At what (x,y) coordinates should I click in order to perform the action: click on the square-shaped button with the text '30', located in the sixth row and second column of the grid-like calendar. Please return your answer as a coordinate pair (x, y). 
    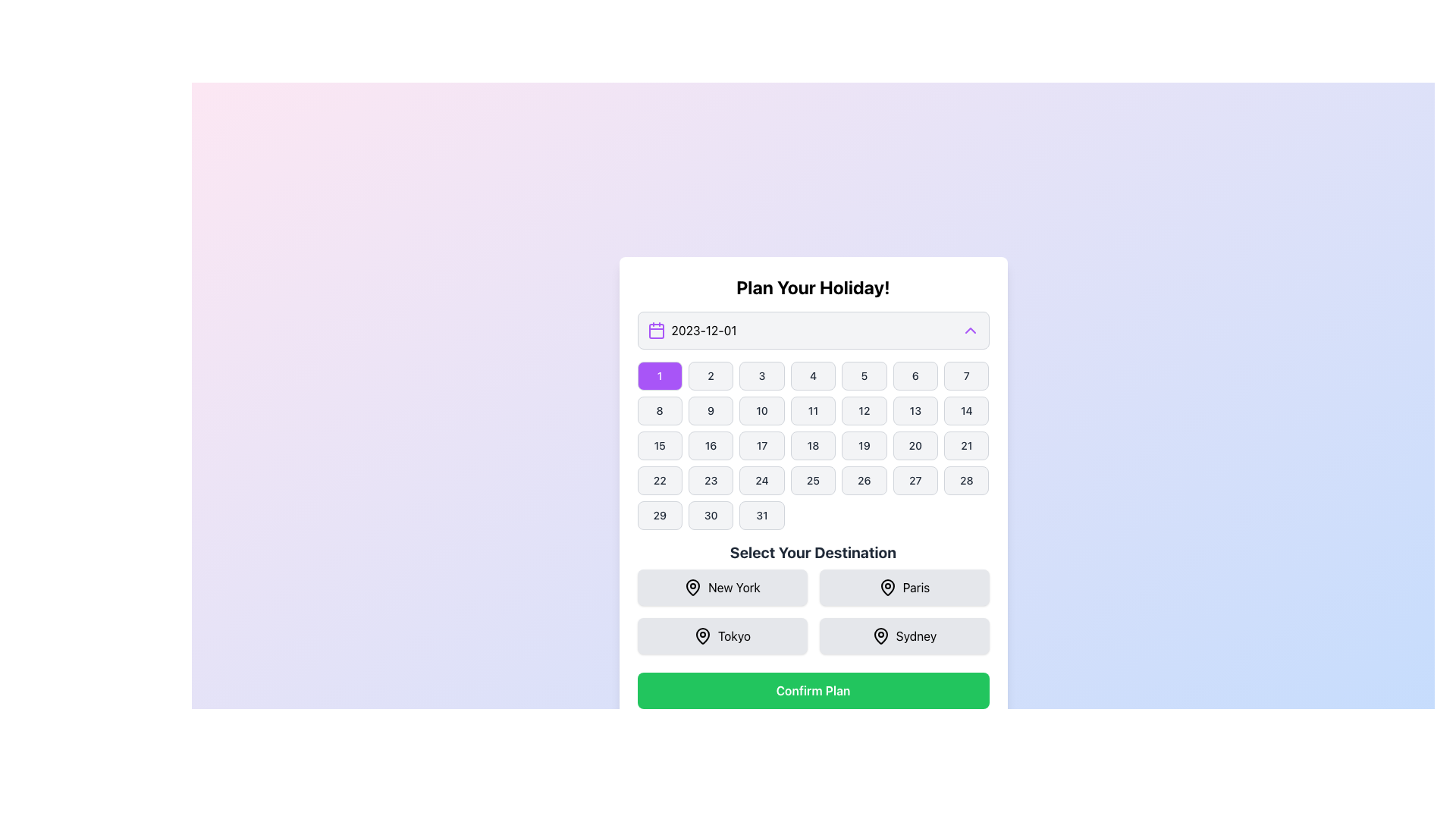
    Looking at the image, I should click on (710, 514).